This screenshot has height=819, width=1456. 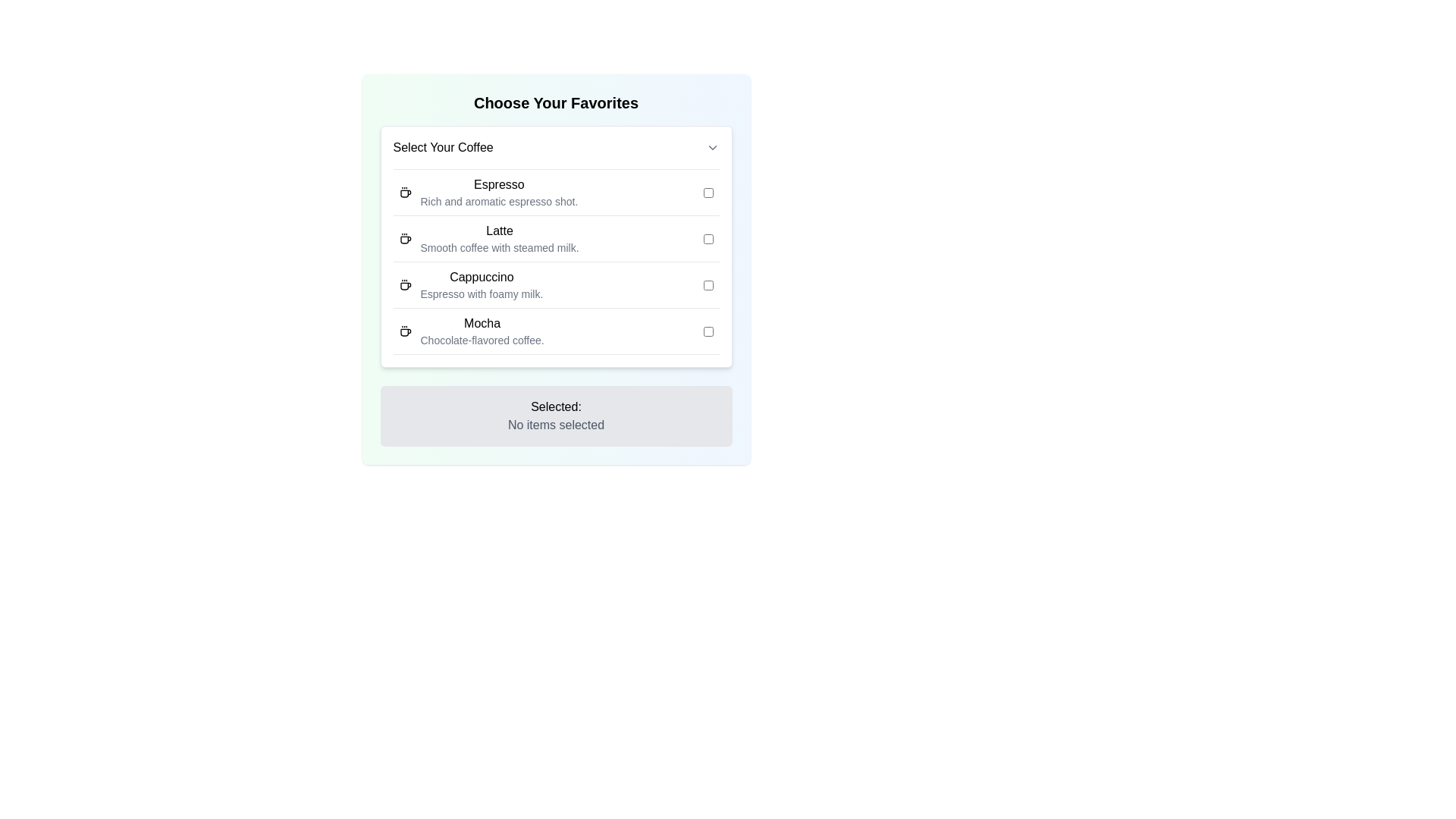 I want to click on the informational entry describing the 'Espresso' coffee option, located in the vertical list under 'Select Your Coffee.', so click(x=499, y=192).